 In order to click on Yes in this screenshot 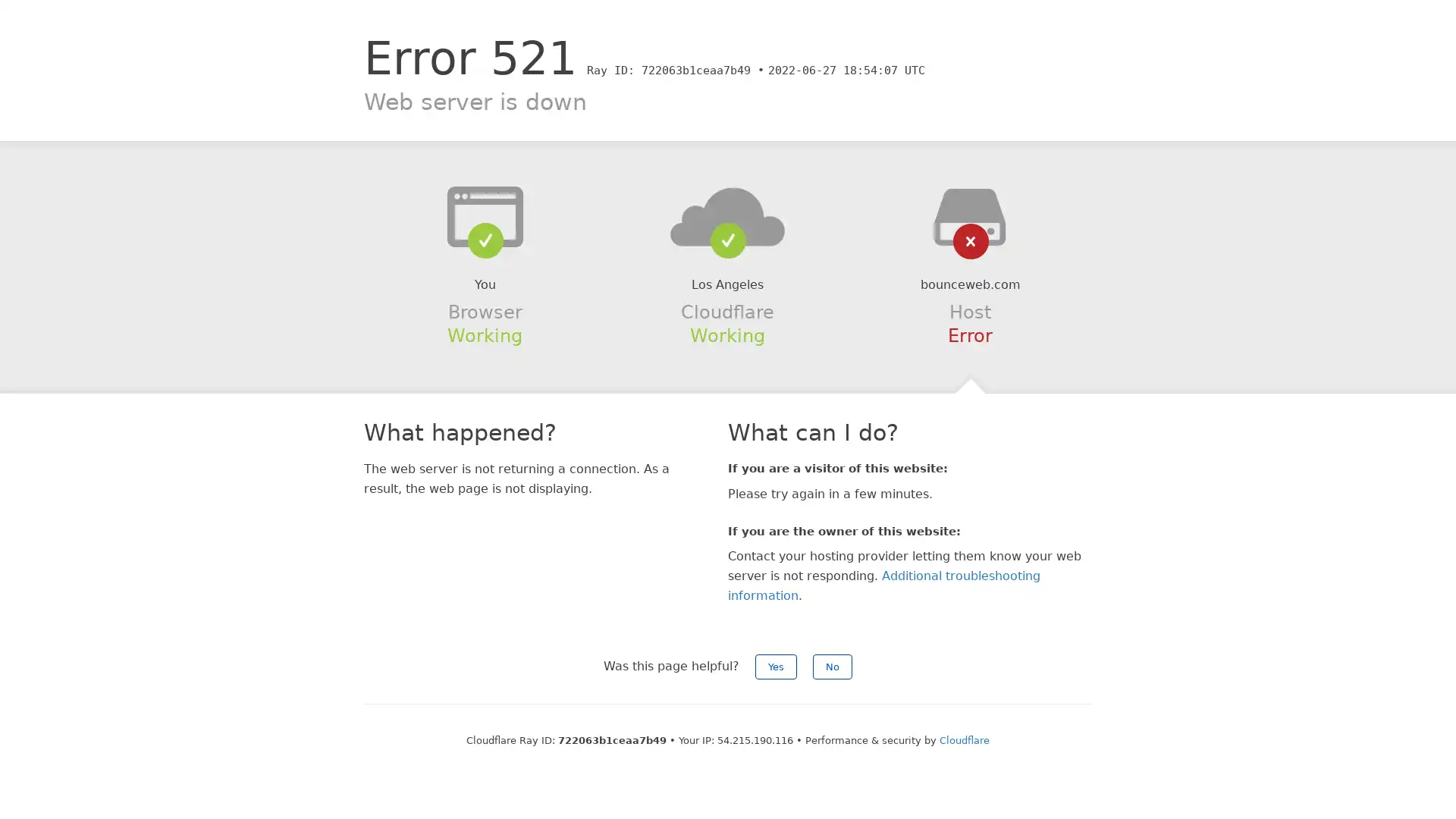, I will do `click(776, 666)`.